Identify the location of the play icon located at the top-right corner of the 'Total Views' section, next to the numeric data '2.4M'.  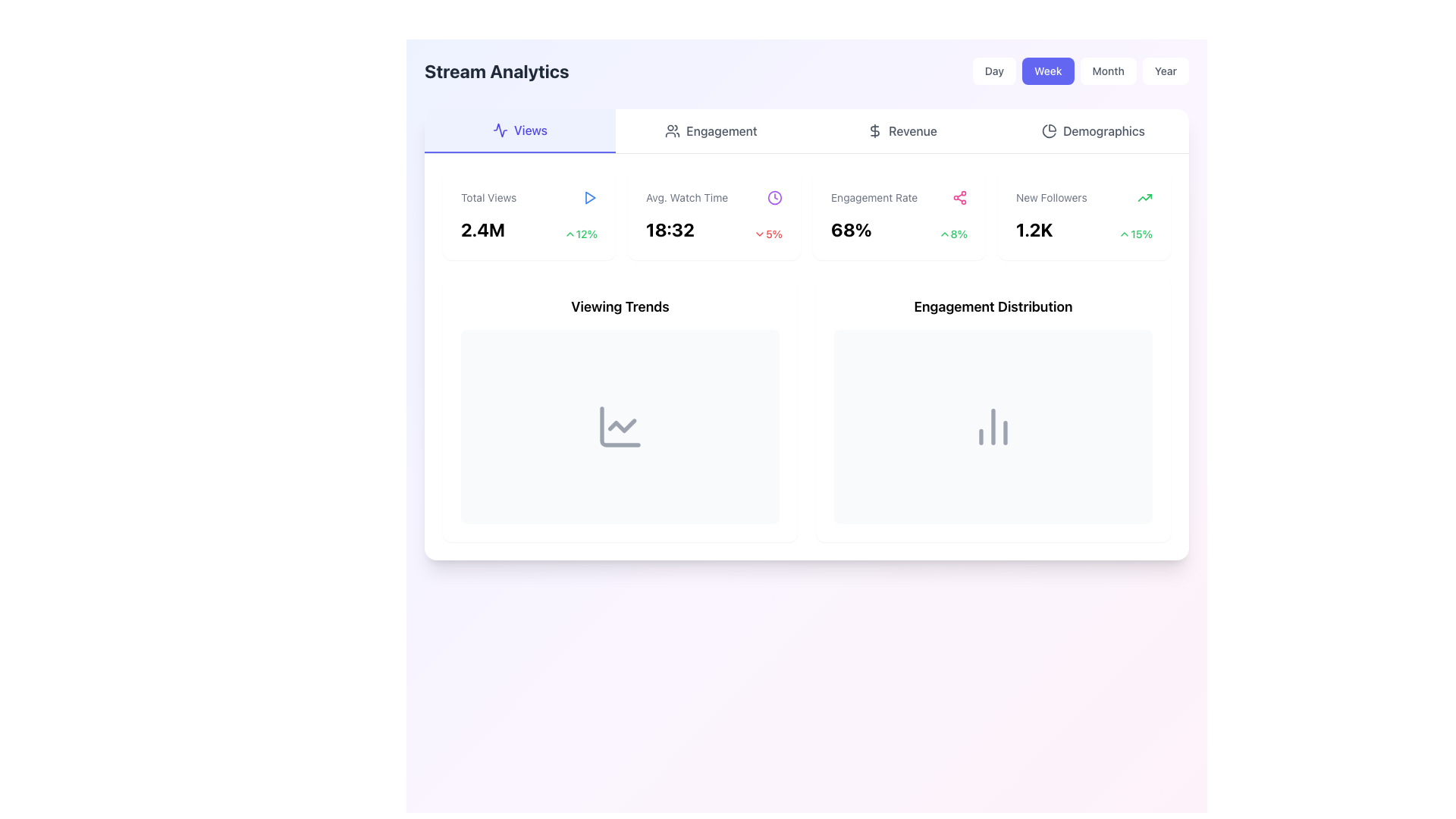
(588, 197).